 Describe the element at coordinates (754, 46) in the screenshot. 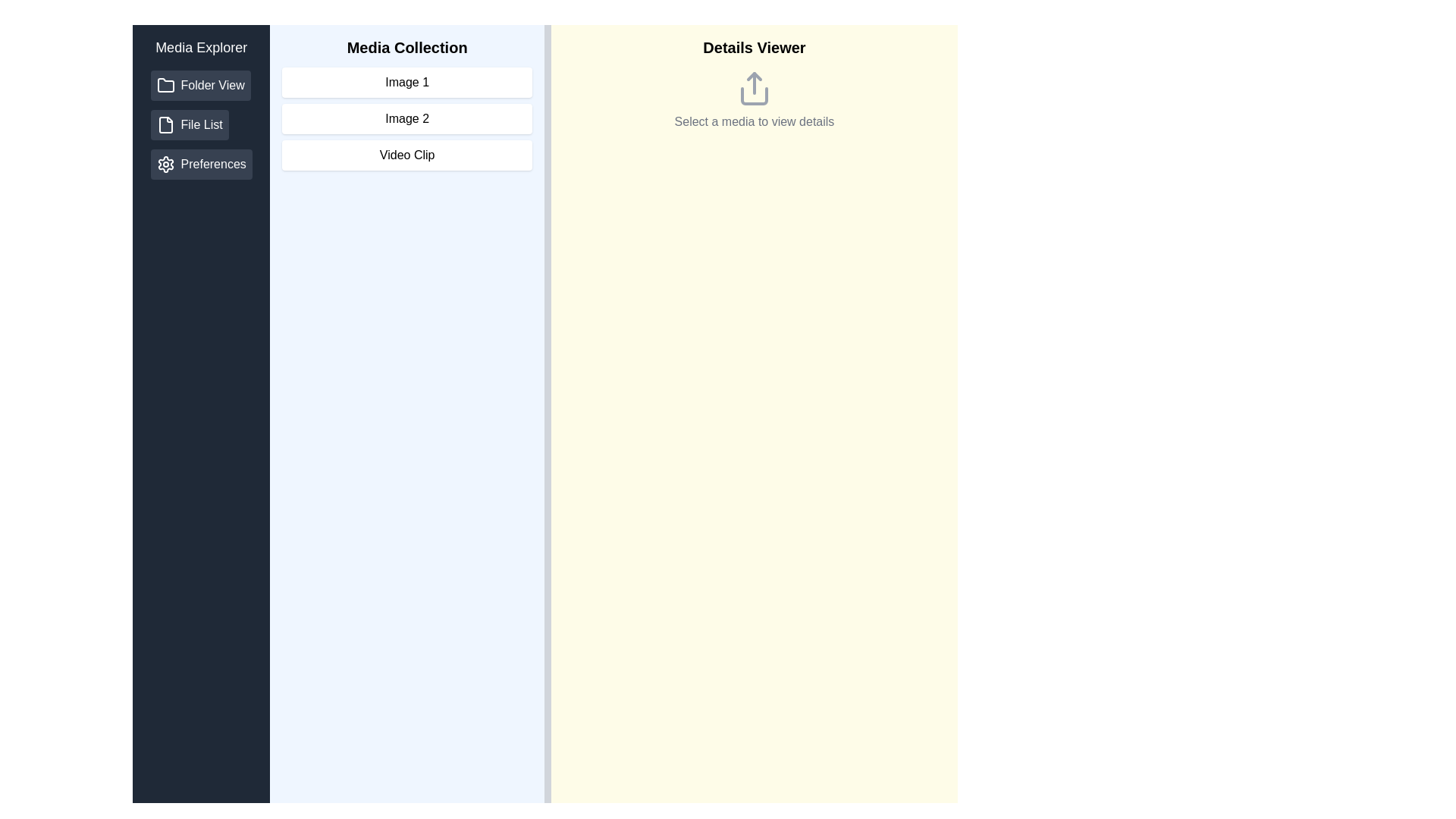

I see `the text label at the top center of the rightmost section of the layout, which serves as a header indicating focus on viewing detailed information` at that location.